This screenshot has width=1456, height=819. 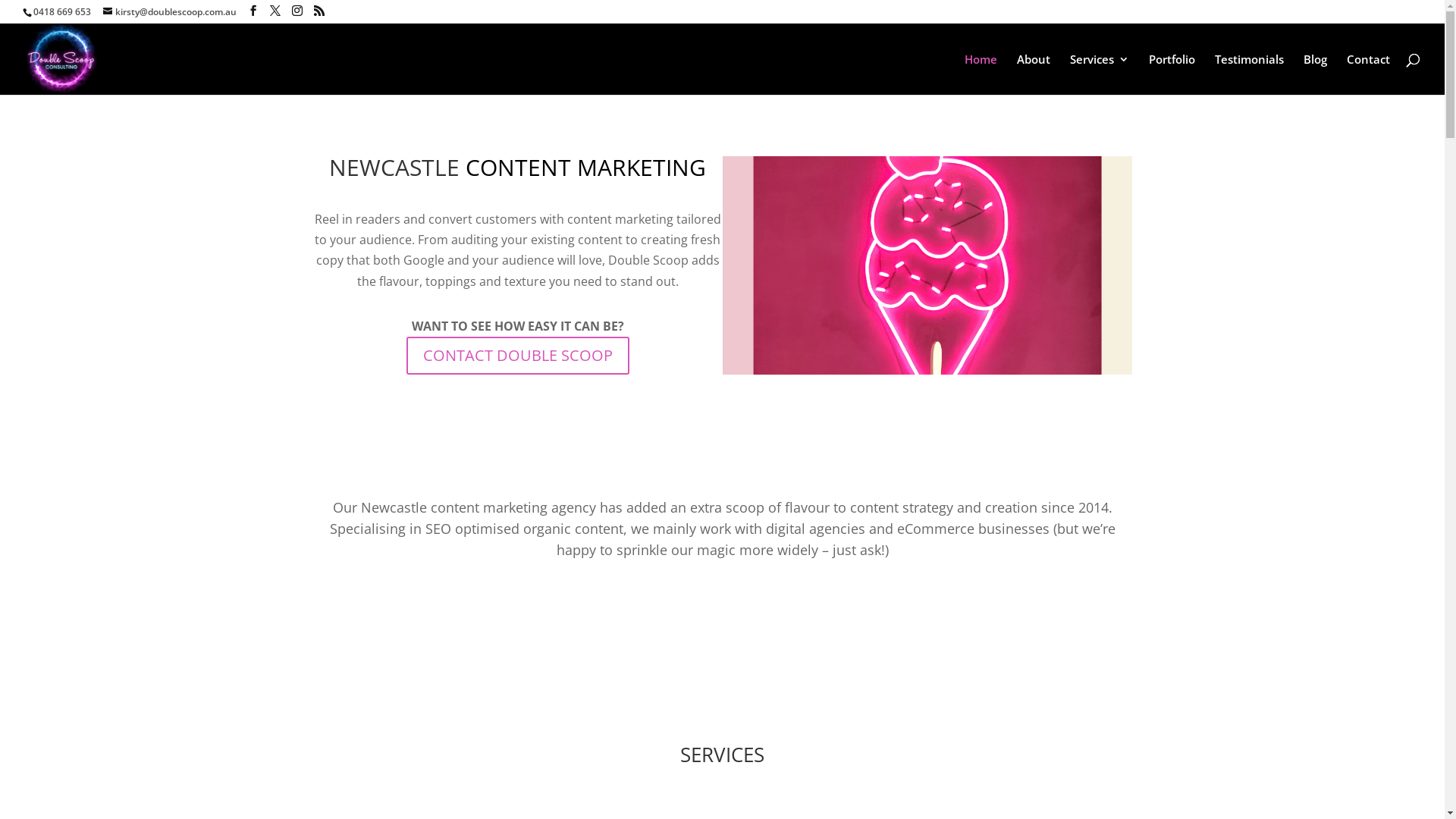 What do you see at coordinates (1215, 74) in the screenshot?
I see `'Testimonials'` at bounding box center [1215, 74].